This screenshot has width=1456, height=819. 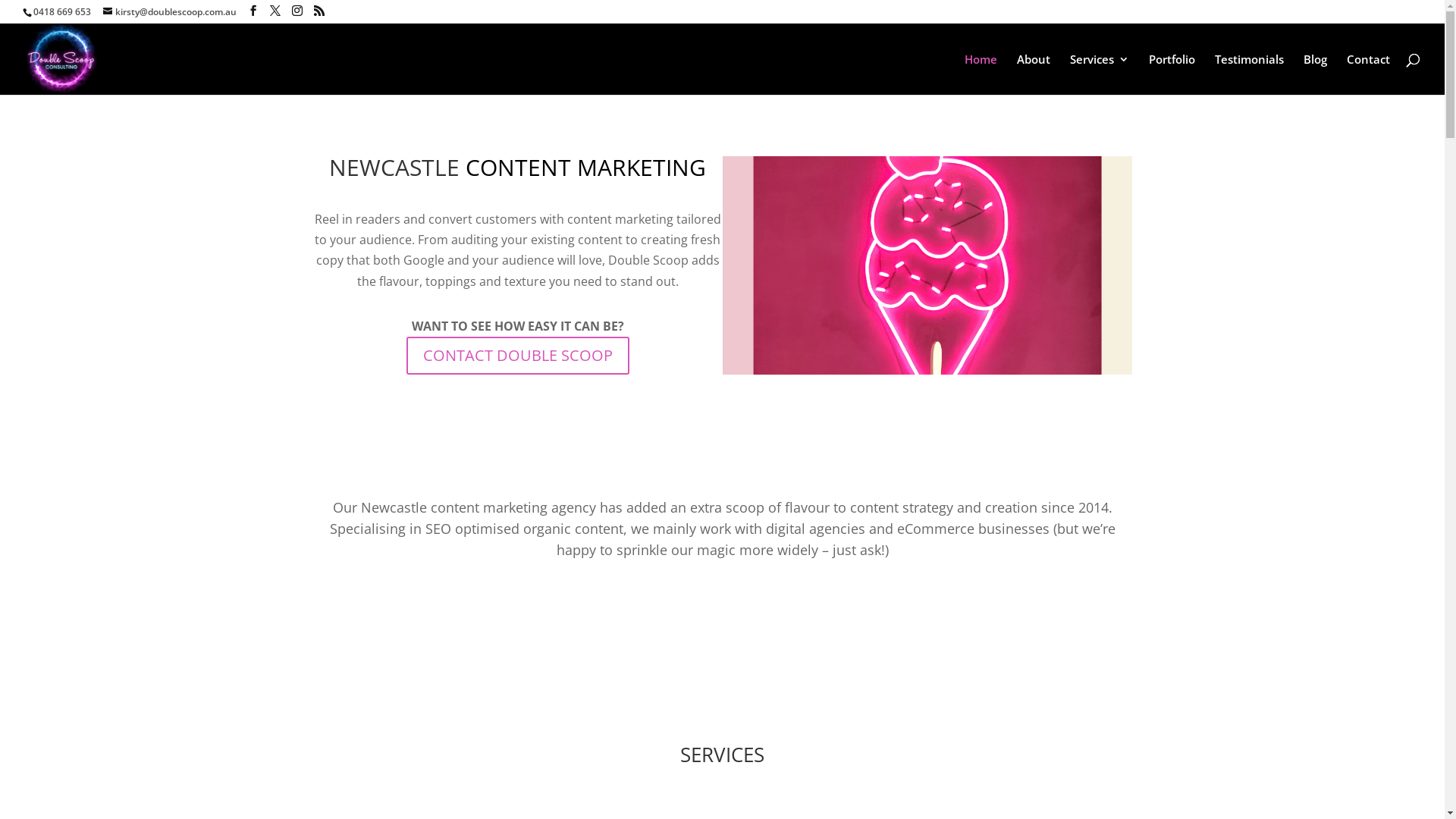 What do you see at coordinates (1215, 74) in the screenshot?
I see `'Testimonials'` at bounding box center [1215, 74].